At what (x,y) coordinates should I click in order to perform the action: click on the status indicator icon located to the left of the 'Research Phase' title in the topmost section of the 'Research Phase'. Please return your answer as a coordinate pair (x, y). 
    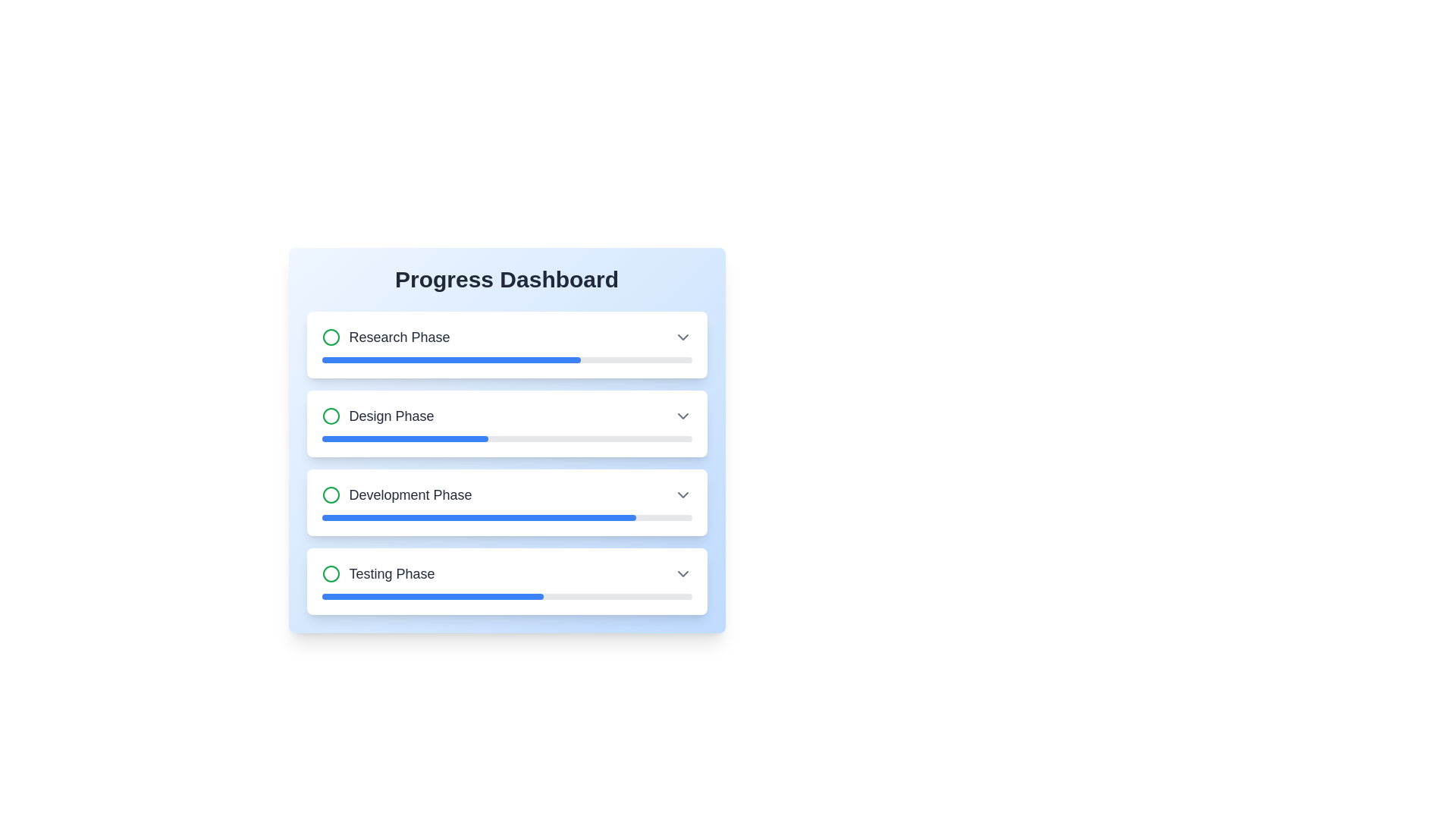
    Looking at the image, I should click on (330, 336).